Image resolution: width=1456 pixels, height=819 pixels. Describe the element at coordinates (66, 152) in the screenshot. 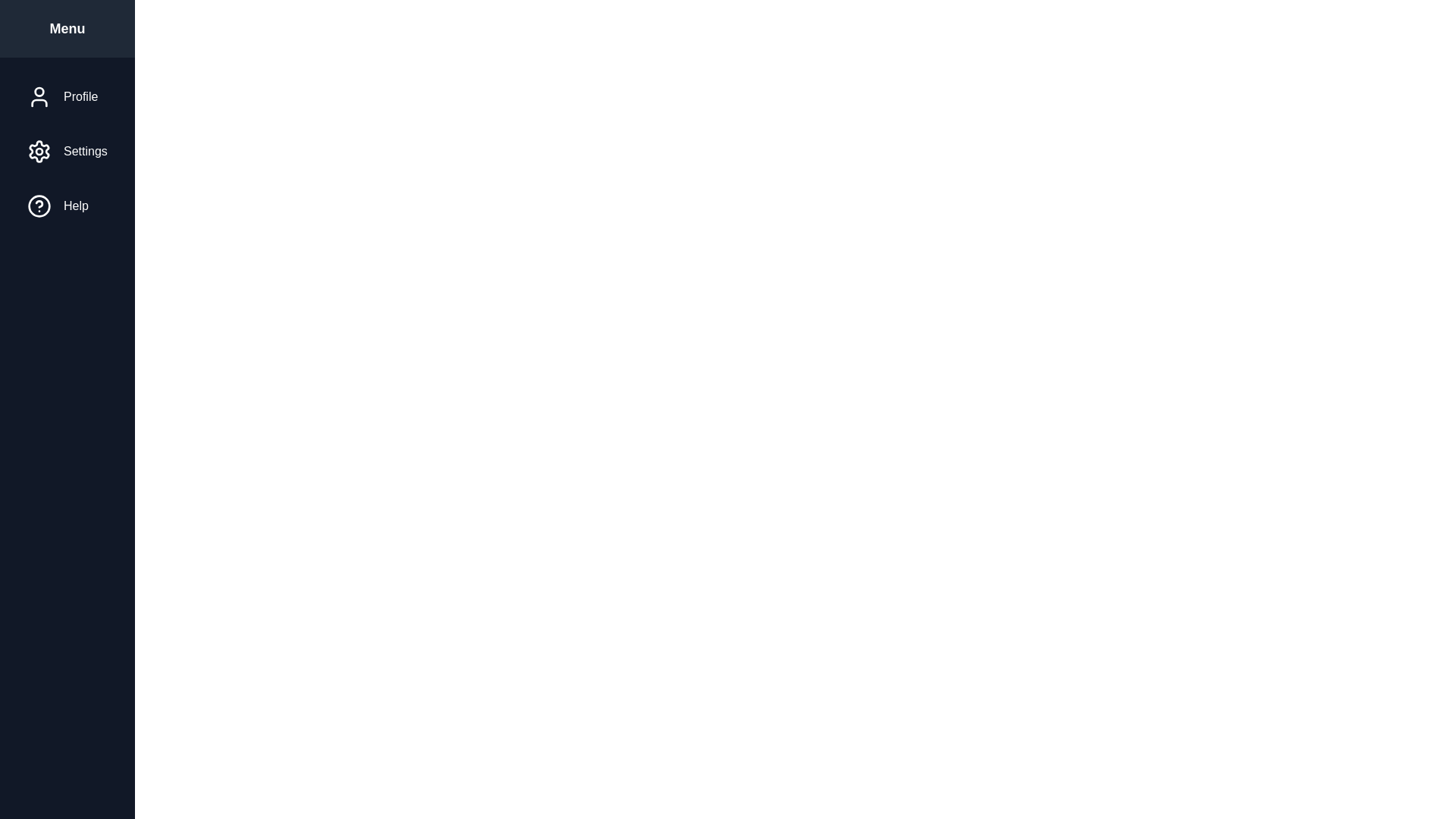

I see `the menu option Settings to highlight it` at that location.